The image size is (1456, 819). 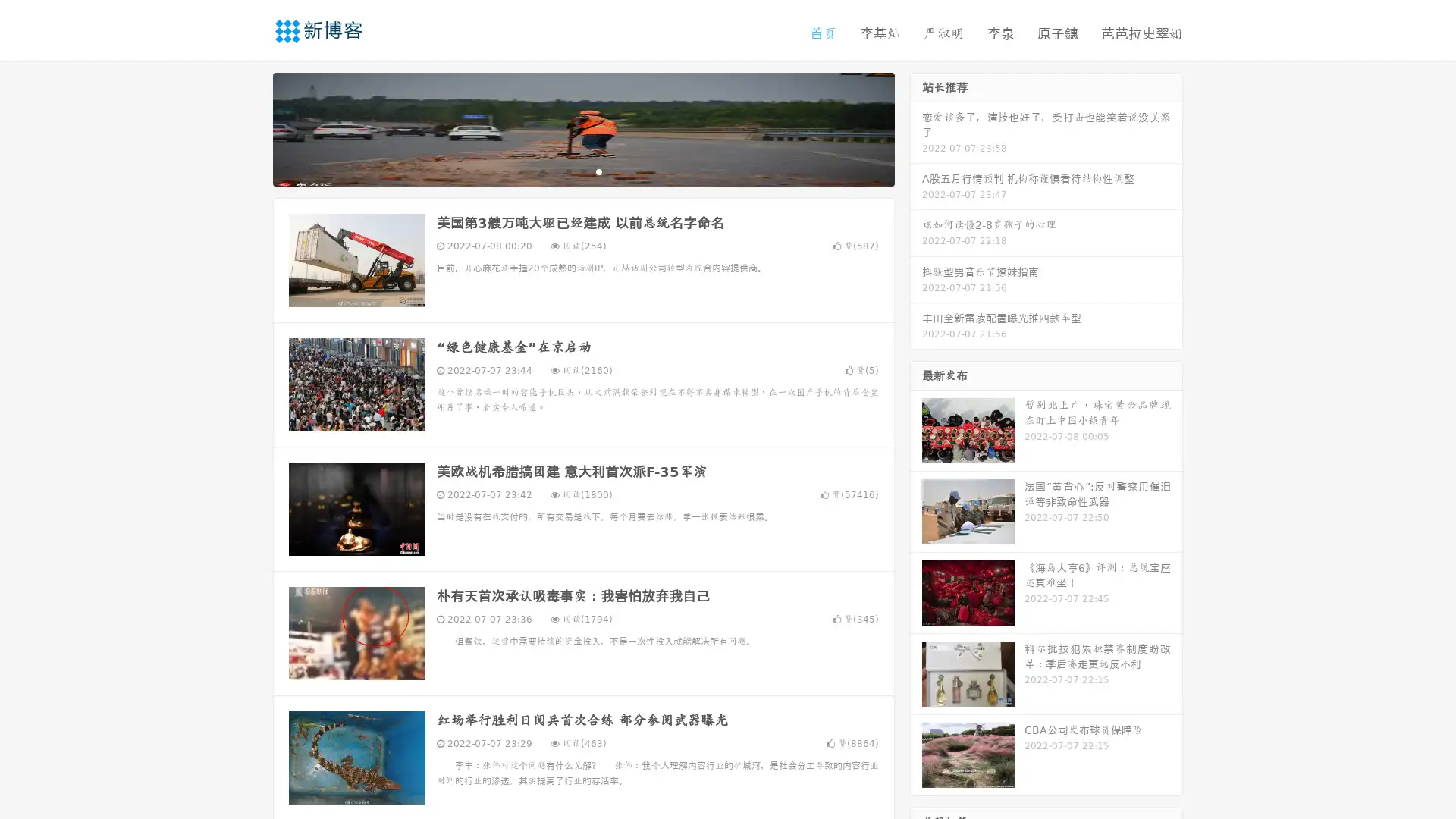 What do you see at coordinates (582, 171) in the screenshot?
I see `Go to slide 2` at bounding box center [582, 171].